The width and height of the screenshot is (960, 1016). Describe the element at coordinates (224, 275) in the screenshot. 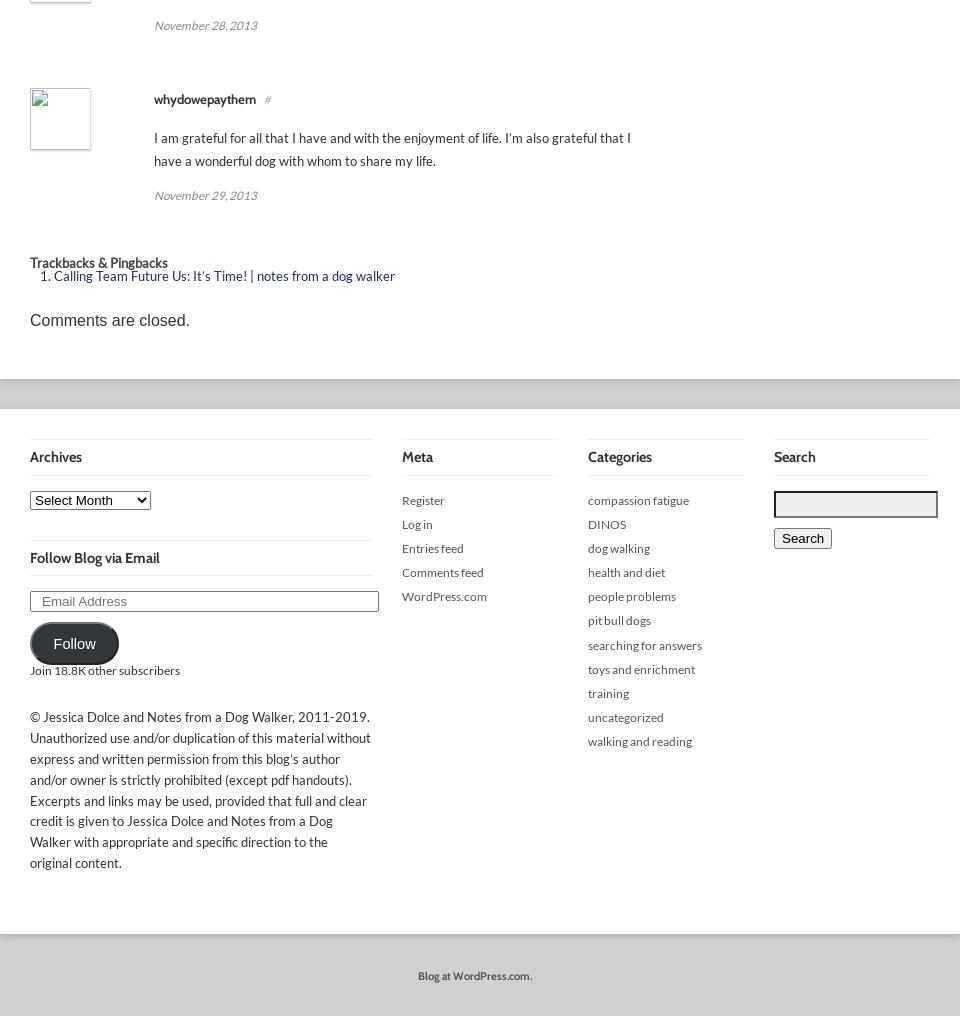

I see `'Calling Team Future Us: It’s Time! | notes from a dog walker'` at that location.